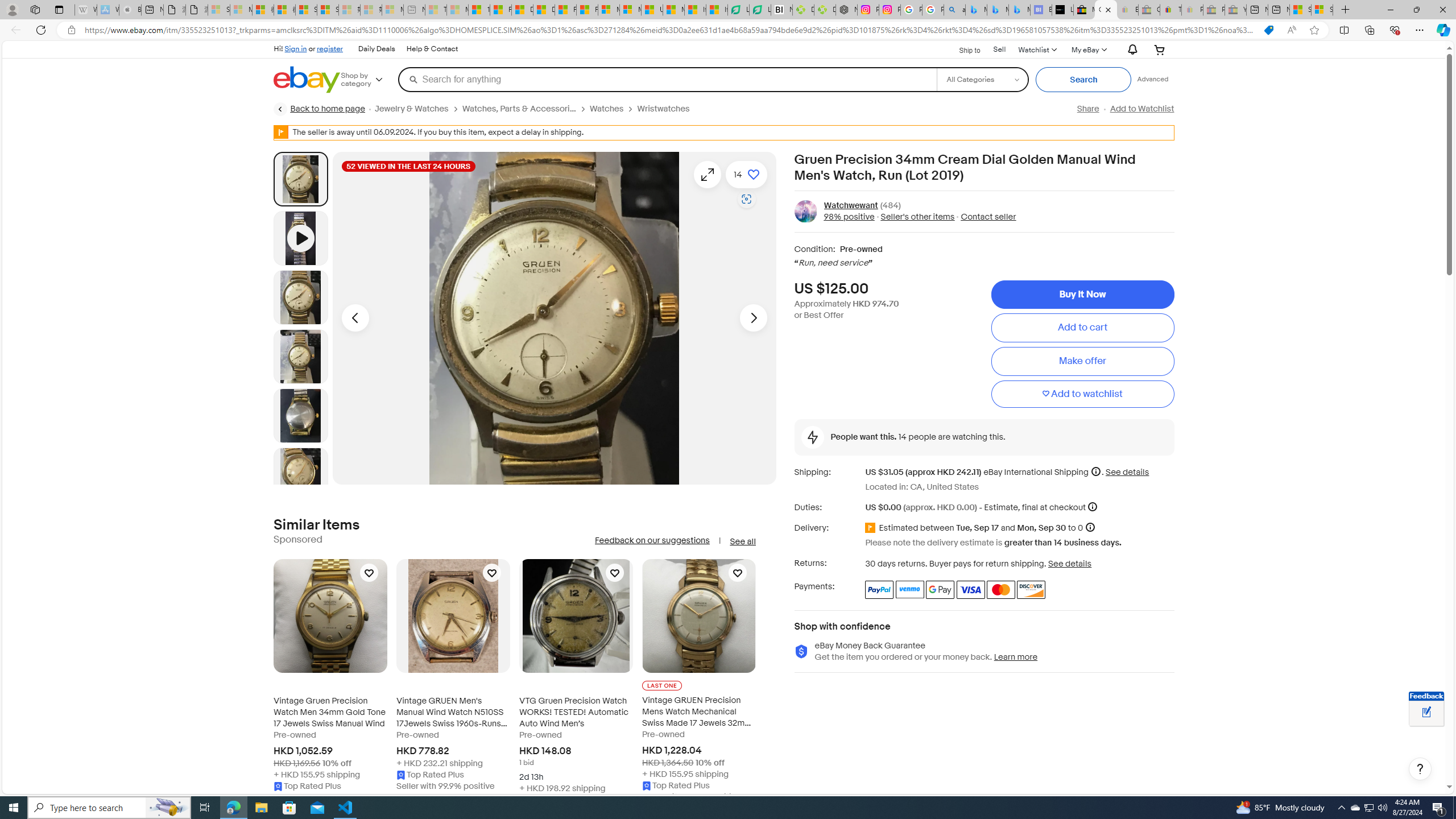 The image size is (1456, 819). I want to click on 'Buy It Now', so click(1082, 294).